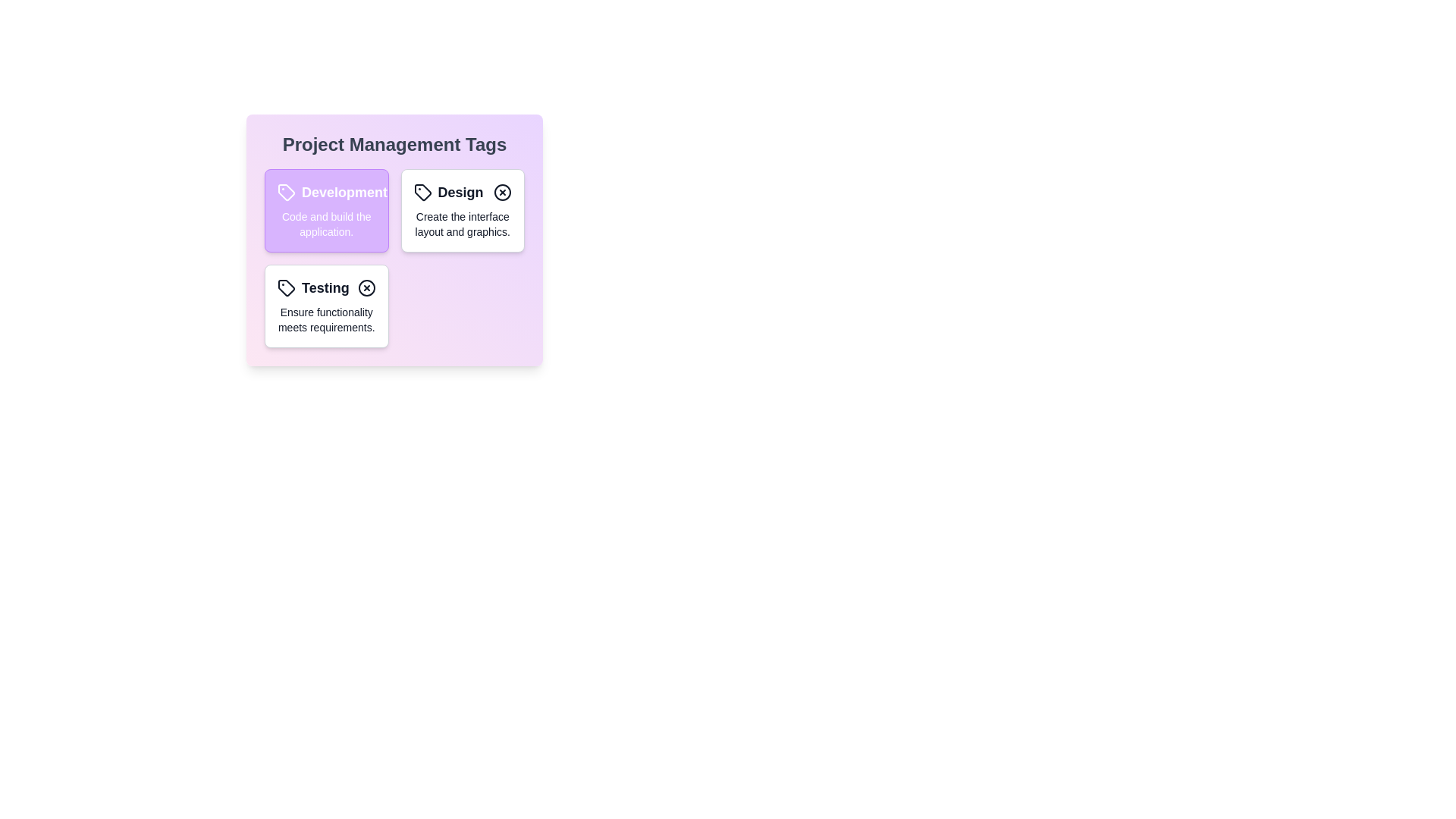 This screenshot has width=1456, height=819. What do you see at coordinates (325, 306) in the screenshot?
I see `the Testing tag to toggle its active state` at bounding box center [325, 306].